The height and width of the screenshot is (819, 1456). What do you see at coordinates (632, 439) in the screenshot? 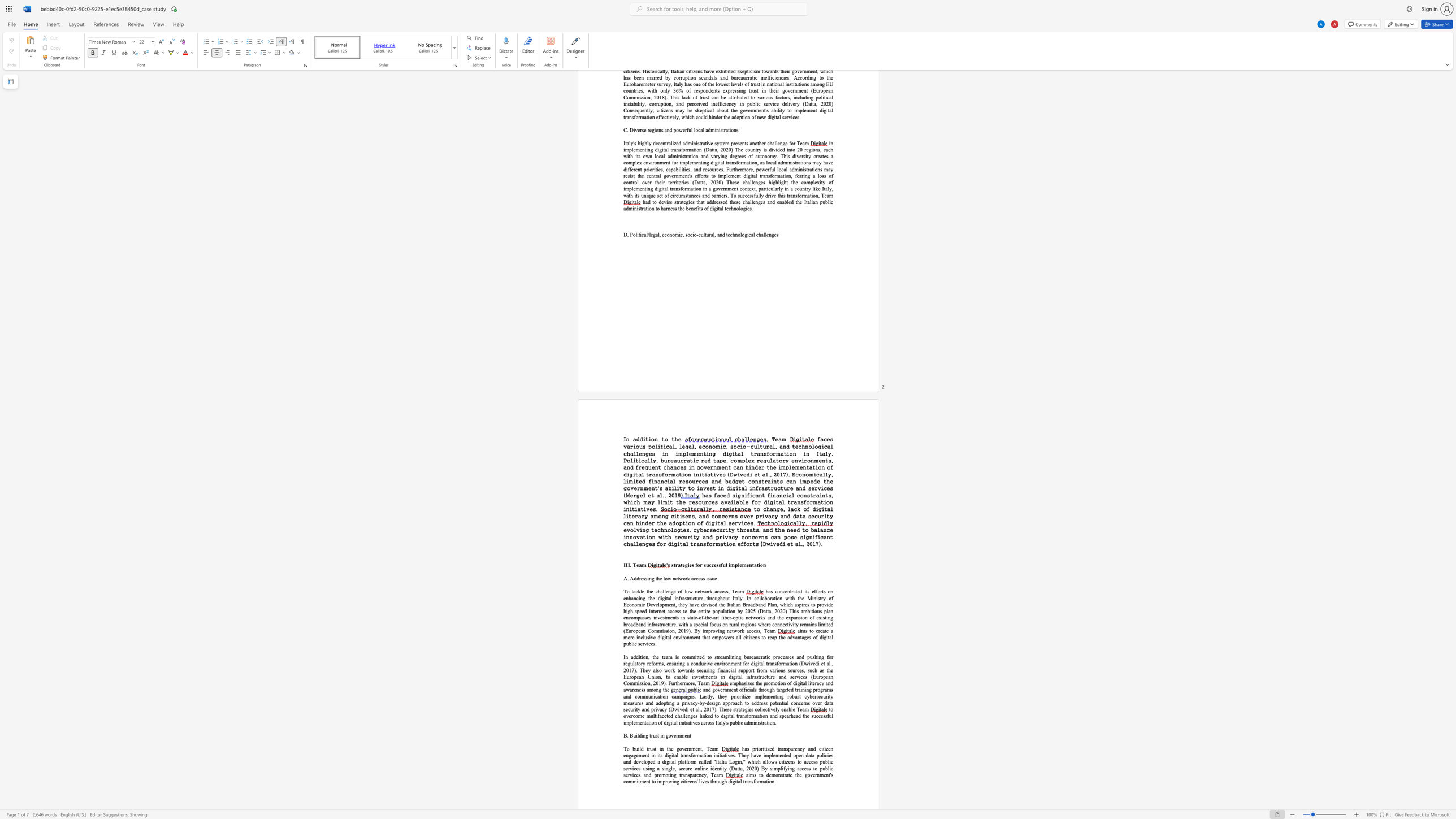
I see `the subset text "addition" within the text "In addition to the"` at bounding box center [632, 439].